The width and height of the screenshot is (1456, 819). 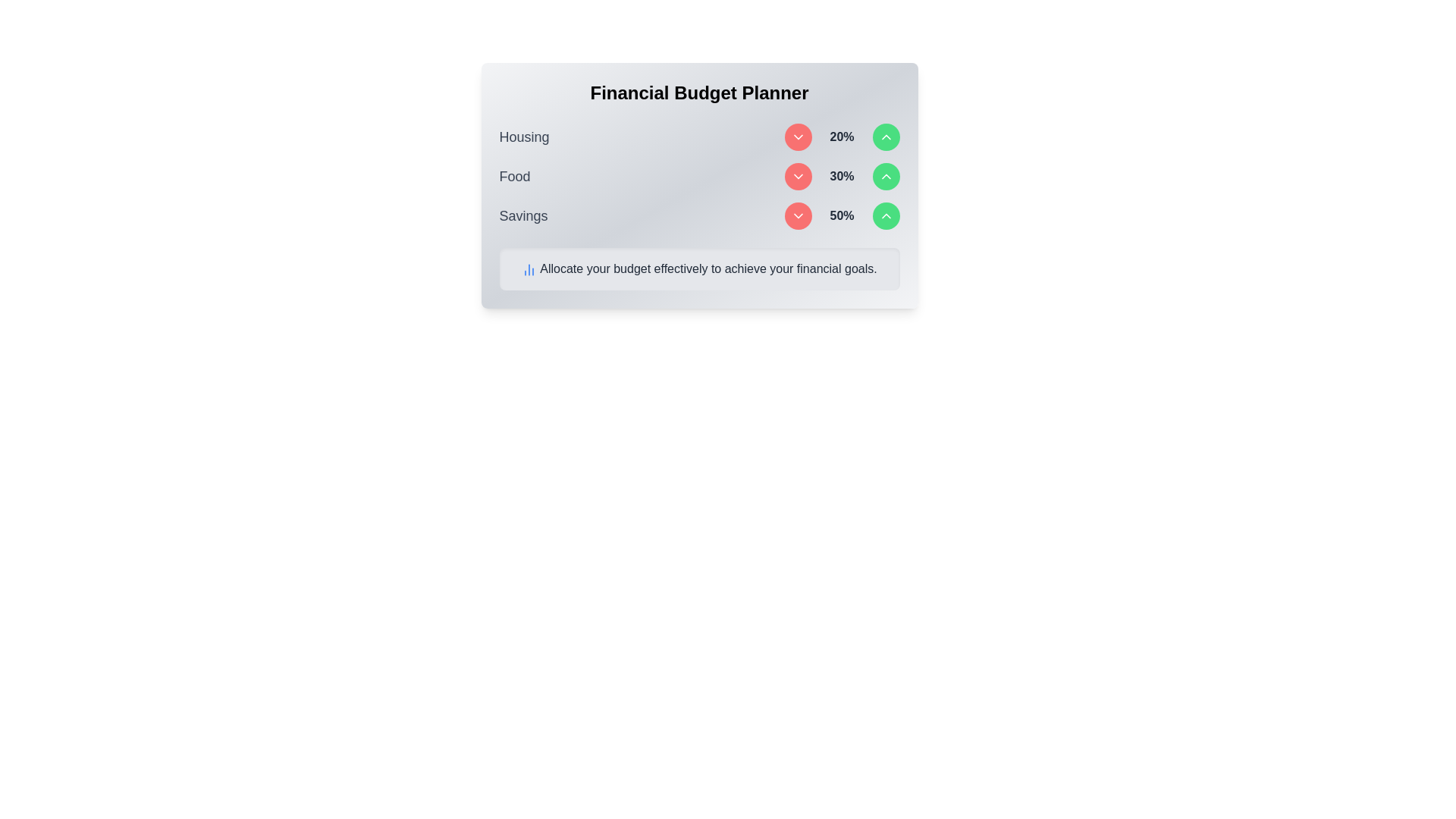 What do you see at coordinates (797, 216) in the screenshot?
I see `the decrement button for adjusting the budget percentage of the Savings category to change its background color` at bounding box center [797, 216].